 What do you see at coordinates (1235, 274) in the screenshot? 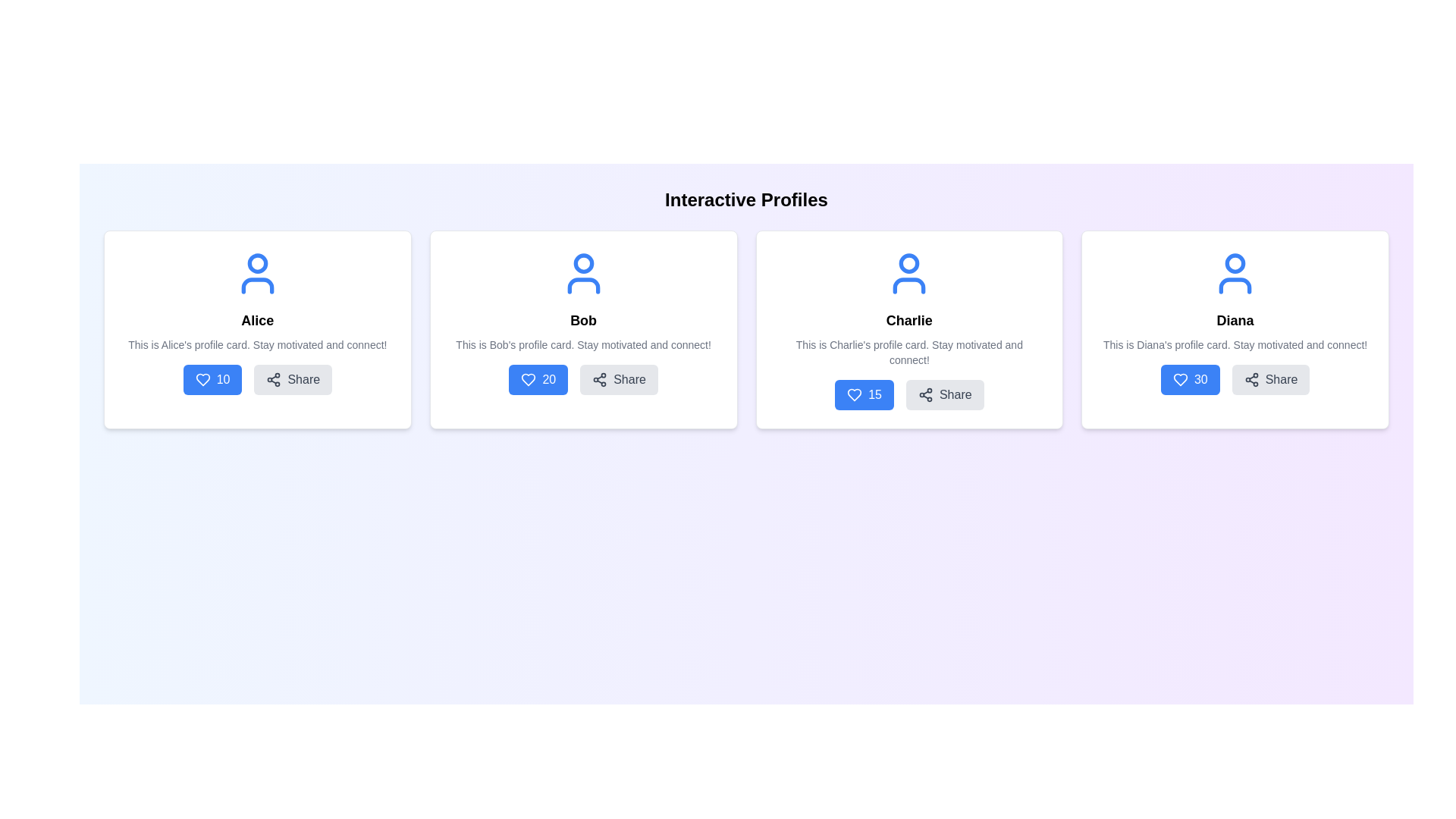
I see `the user profile icon for 'Diana', which is a blue circular head with shoulders, located at the top-center of the profile card` at bounding box center [1235, 274].